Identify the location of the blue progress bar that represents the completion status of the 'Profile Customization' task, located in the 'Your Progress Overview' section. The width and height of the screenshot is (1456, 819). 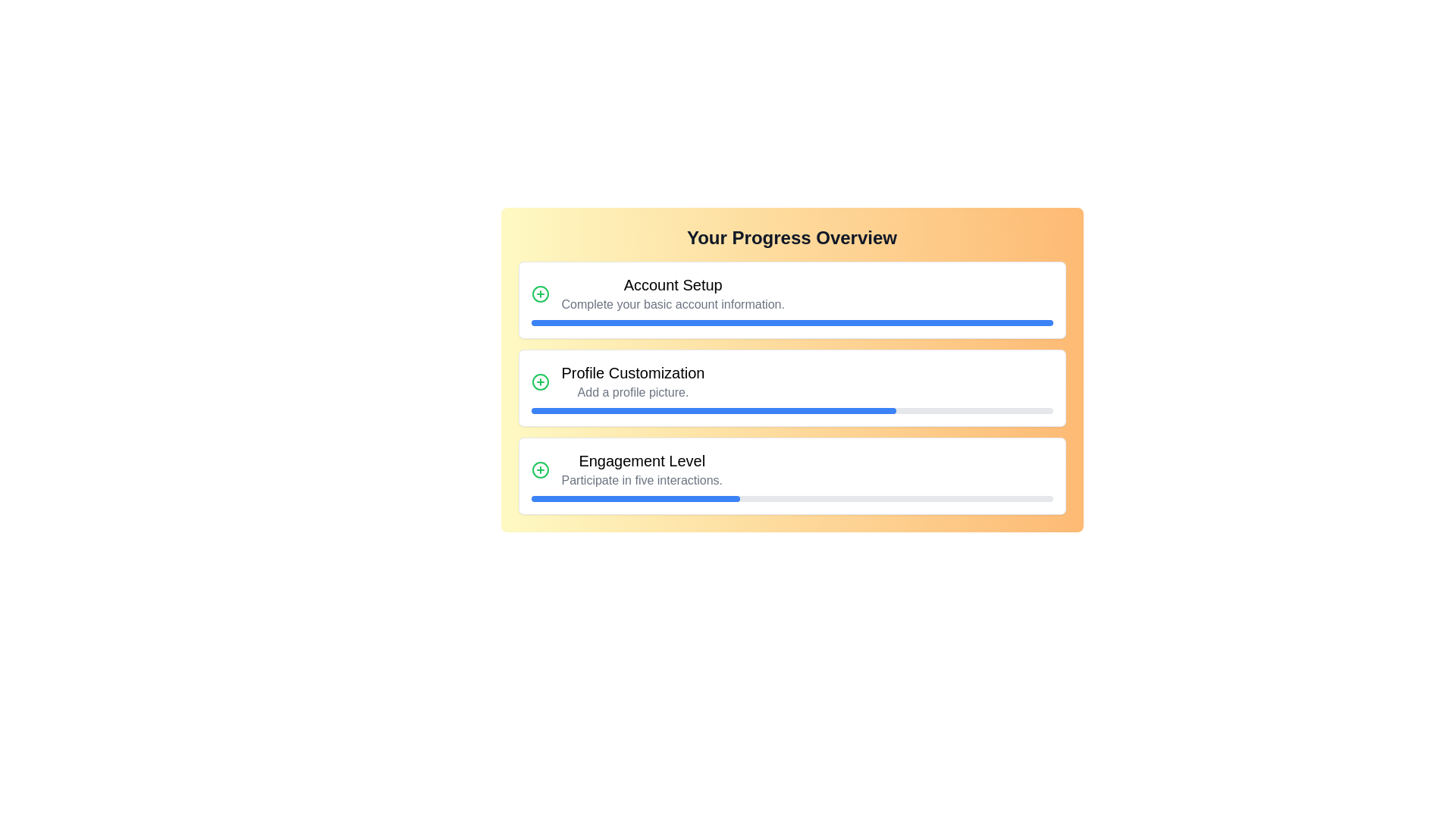
(713, 411).